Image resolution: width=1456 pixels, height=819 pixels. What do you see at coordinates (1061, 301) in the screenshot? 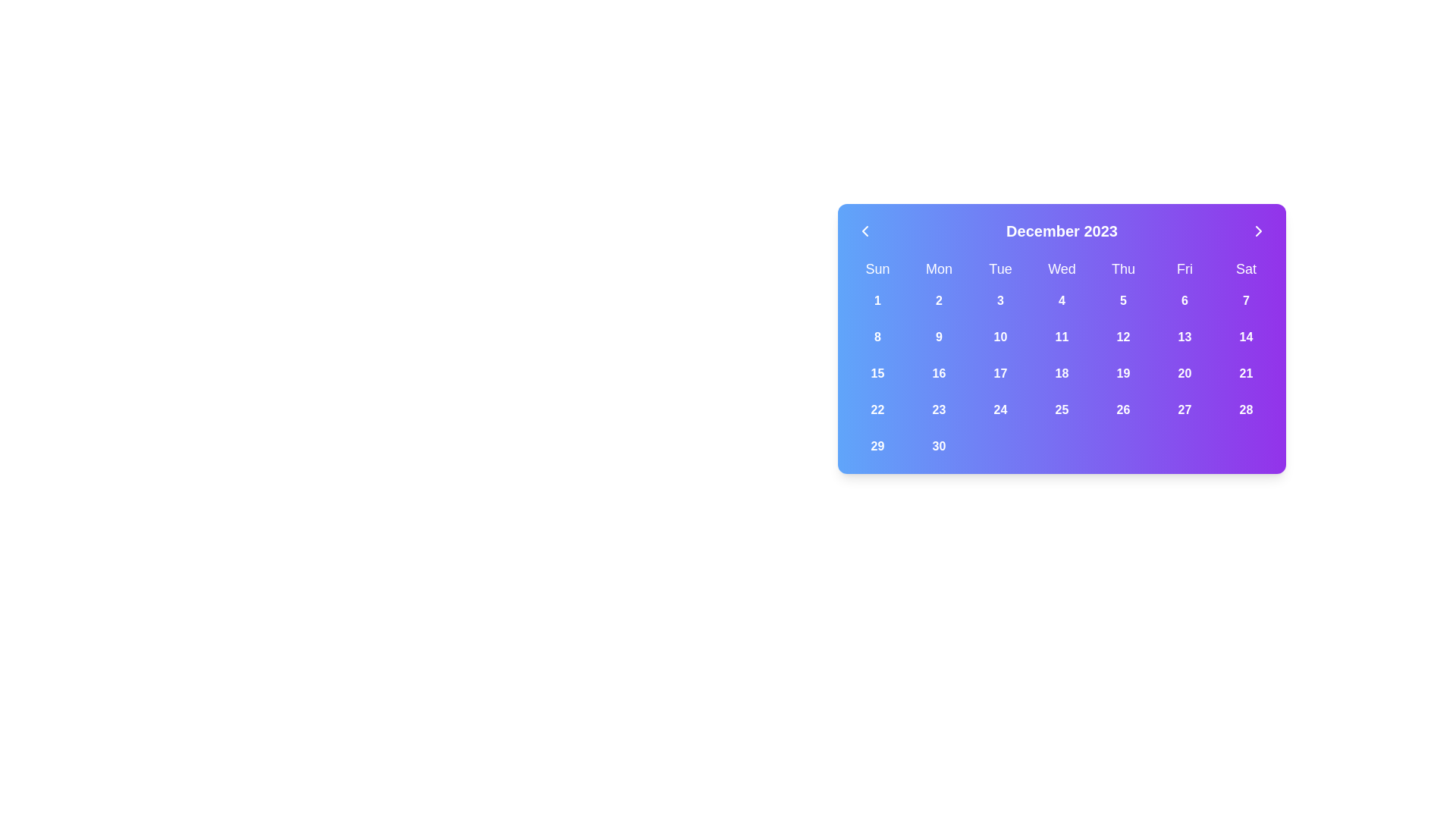
I see `the selectable date '4' in the calendar, positioned under the day label 'Wed'` at bounding box center [1061, 301].